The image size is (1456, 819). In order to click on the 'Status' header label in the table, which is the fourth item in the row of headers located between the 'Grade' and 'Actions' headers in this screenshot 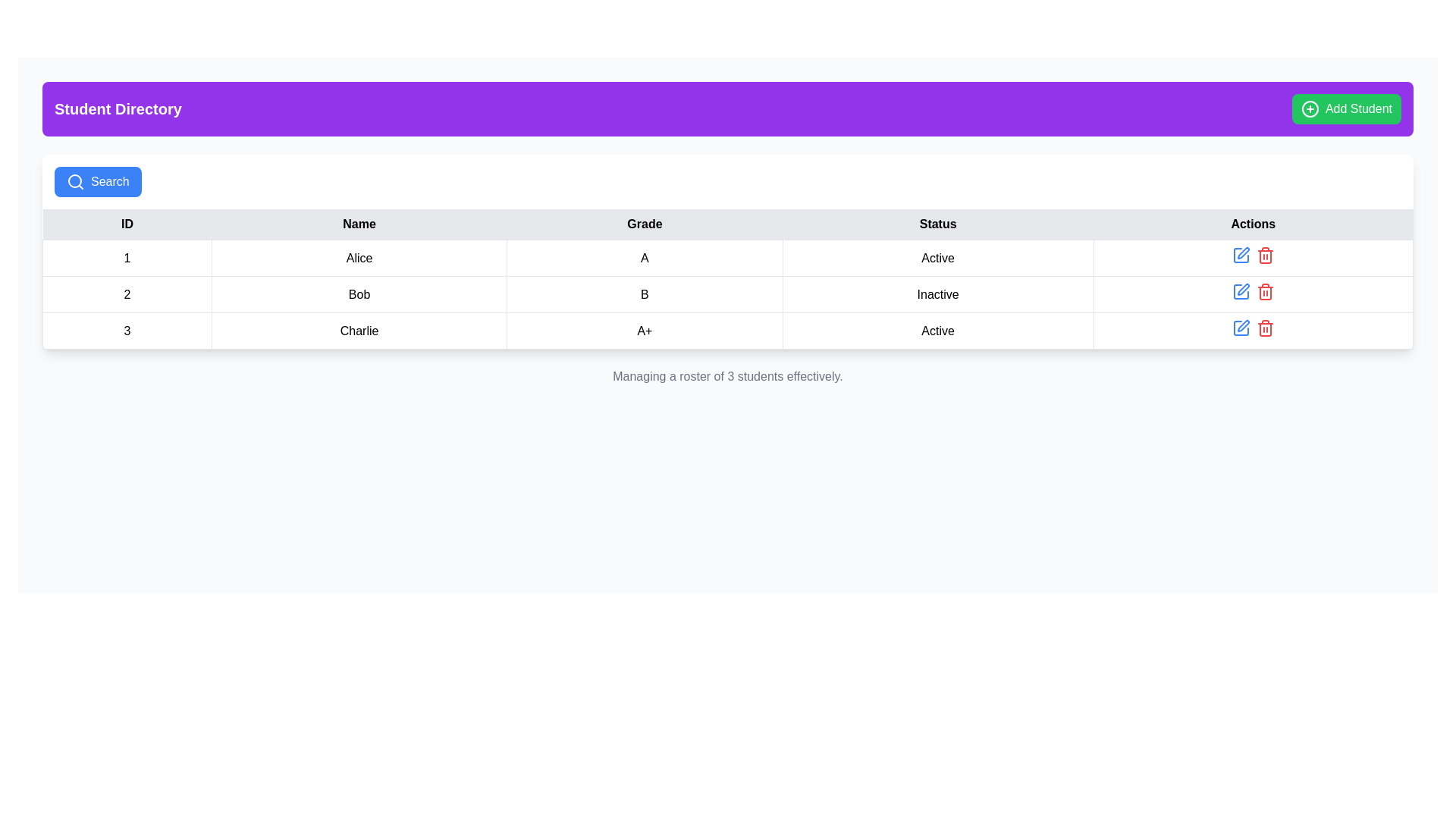, I will do `click(937, 224)`.